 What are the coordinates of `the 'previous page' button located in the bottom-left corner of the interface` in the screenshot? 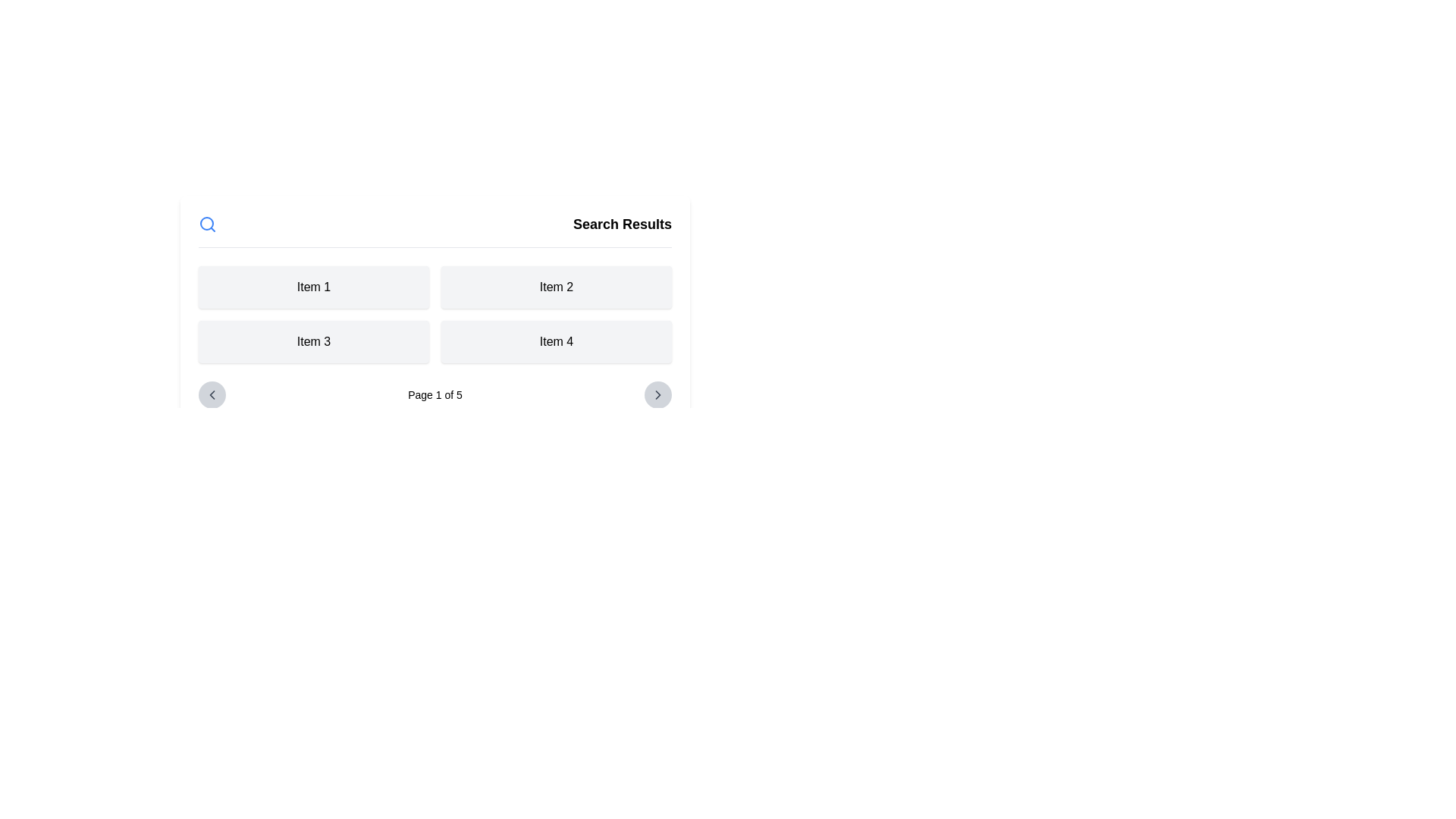 It's located at (211, 394).